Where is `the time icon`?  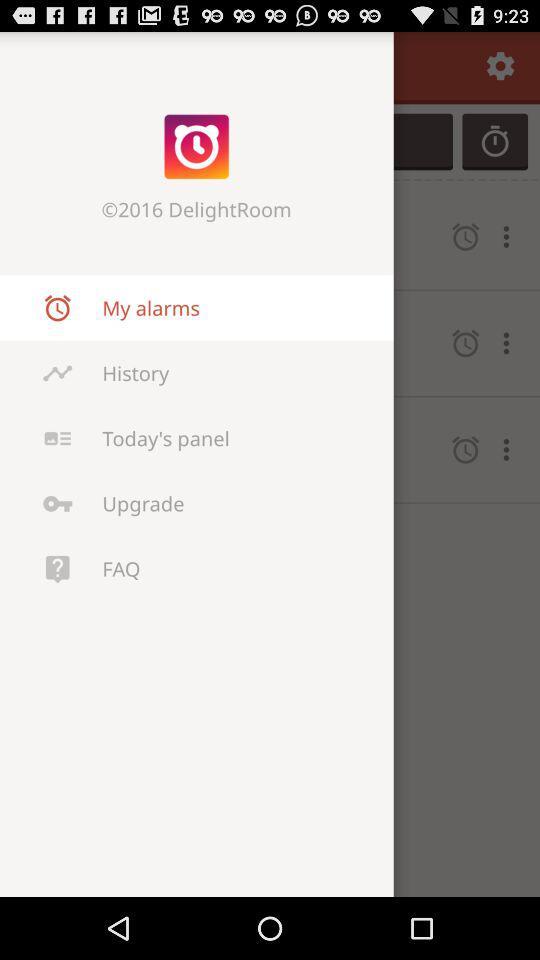
the time icon is located at coordinates (494, 150).